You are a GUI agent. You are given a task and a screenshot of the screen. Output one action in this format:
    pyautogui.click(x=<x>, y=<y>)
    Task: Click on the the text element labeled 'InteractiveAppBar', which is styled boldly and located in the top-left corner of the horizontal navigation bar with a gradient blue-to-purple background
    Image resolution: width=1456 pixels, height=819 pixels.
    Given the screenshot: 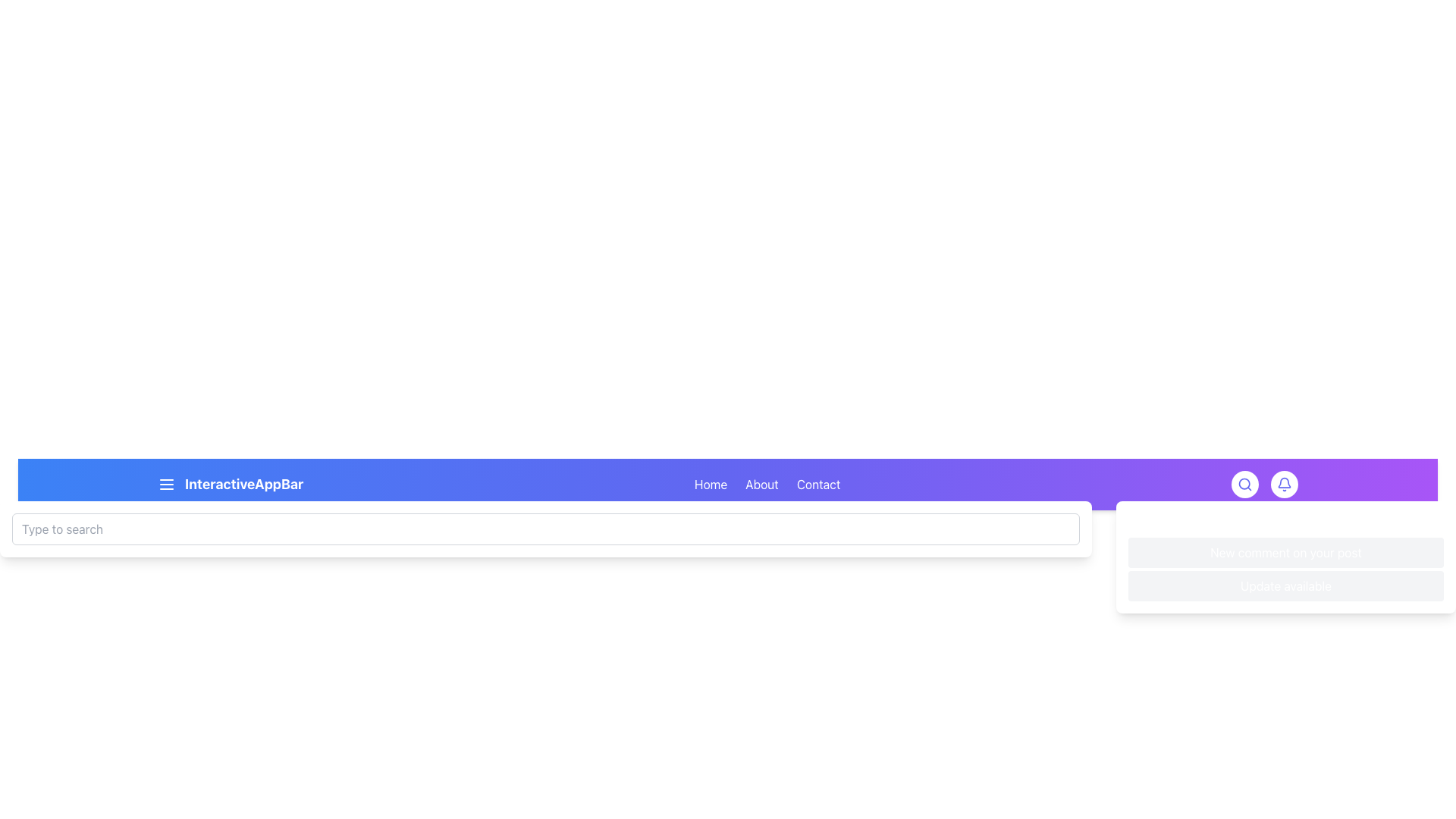 What is the action you would take?
    pyautogui.click(x=230, y=485)
    